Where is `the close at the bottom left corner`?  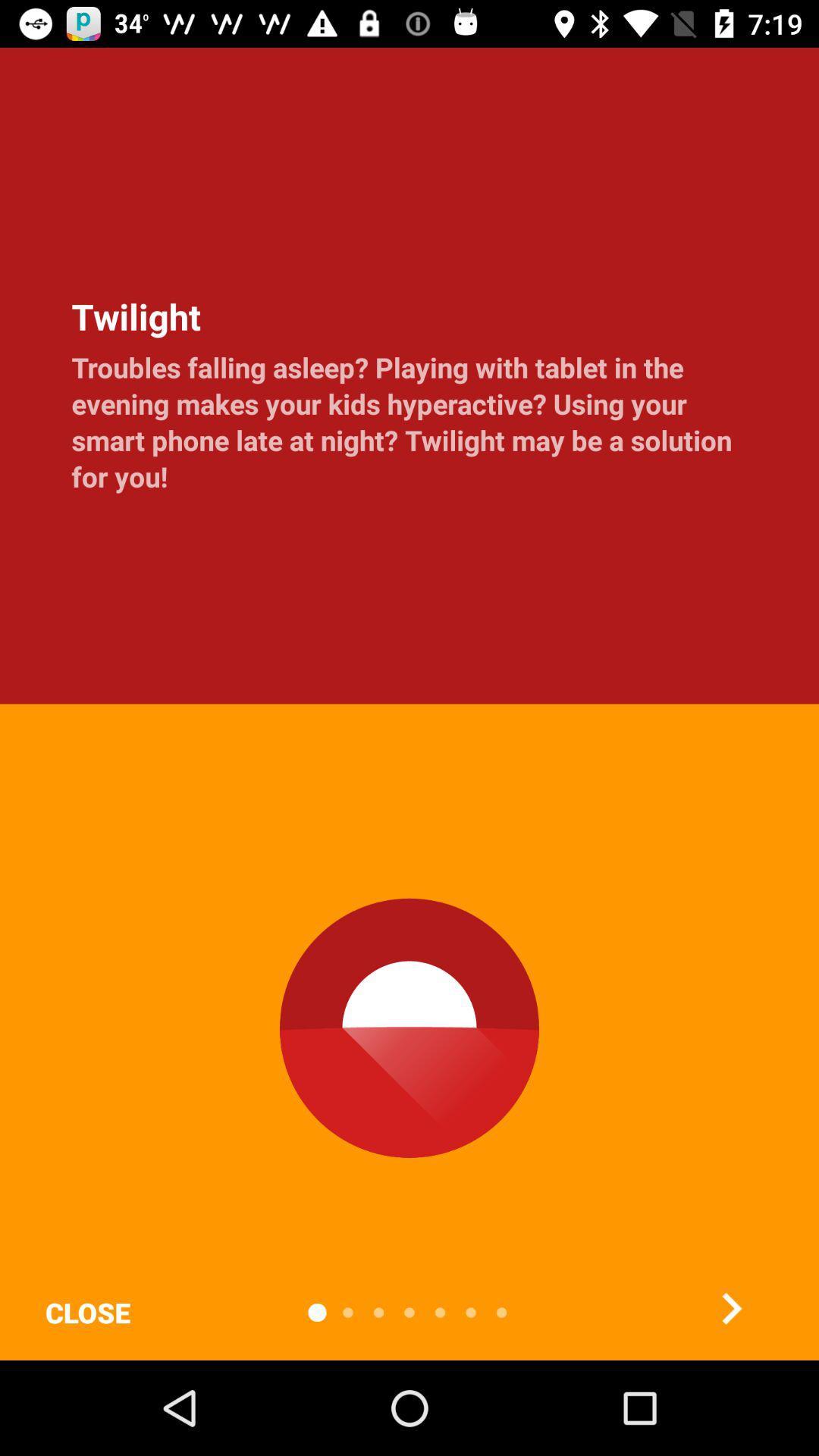
the close at the bottom left corner is located at coordinates (87, 1312).